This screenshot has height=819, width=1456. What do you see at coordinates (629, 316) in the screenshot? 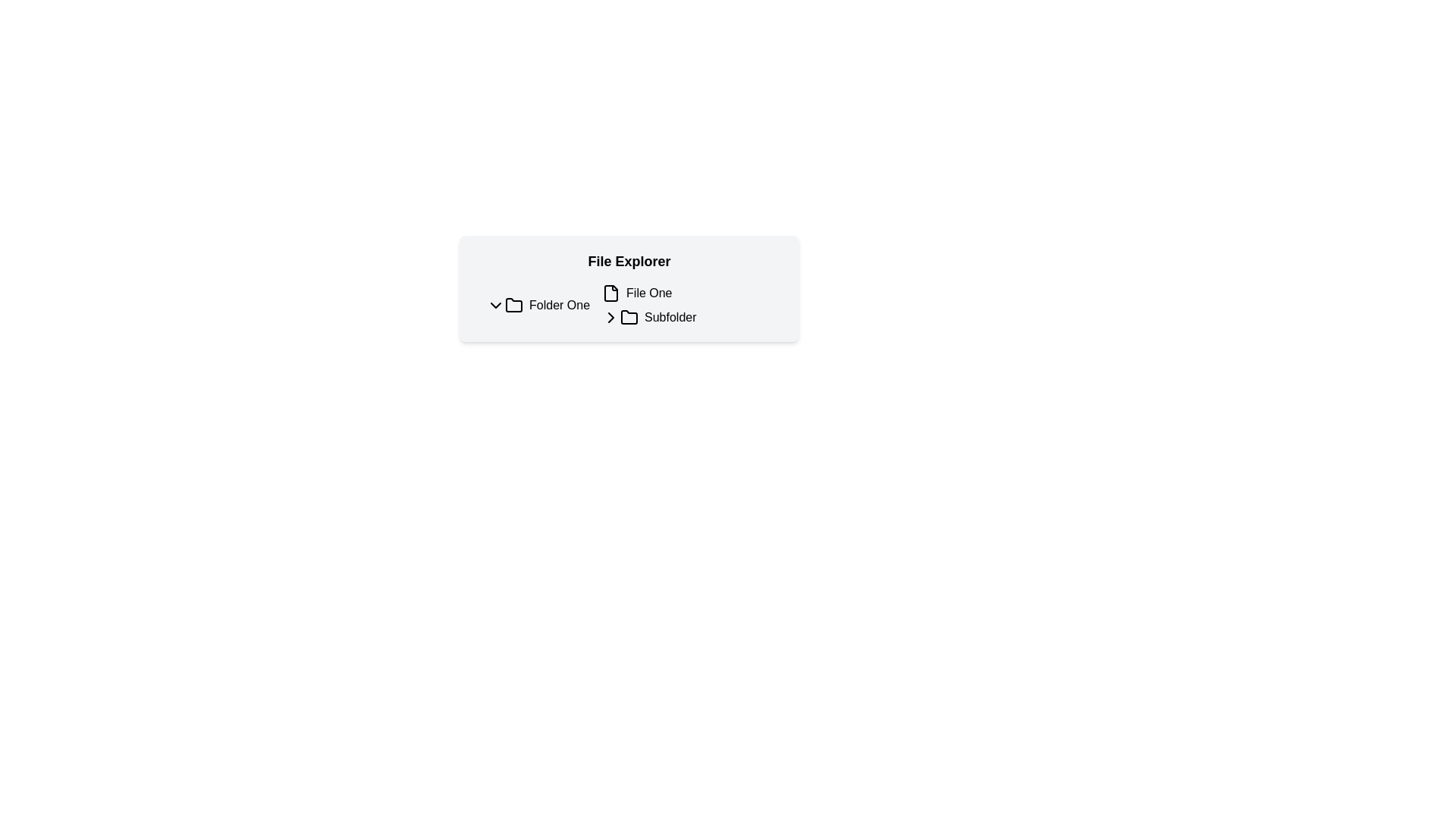
I see `the folder icon representing a subfolder in the file explorer` at bounding box center [629, 316].